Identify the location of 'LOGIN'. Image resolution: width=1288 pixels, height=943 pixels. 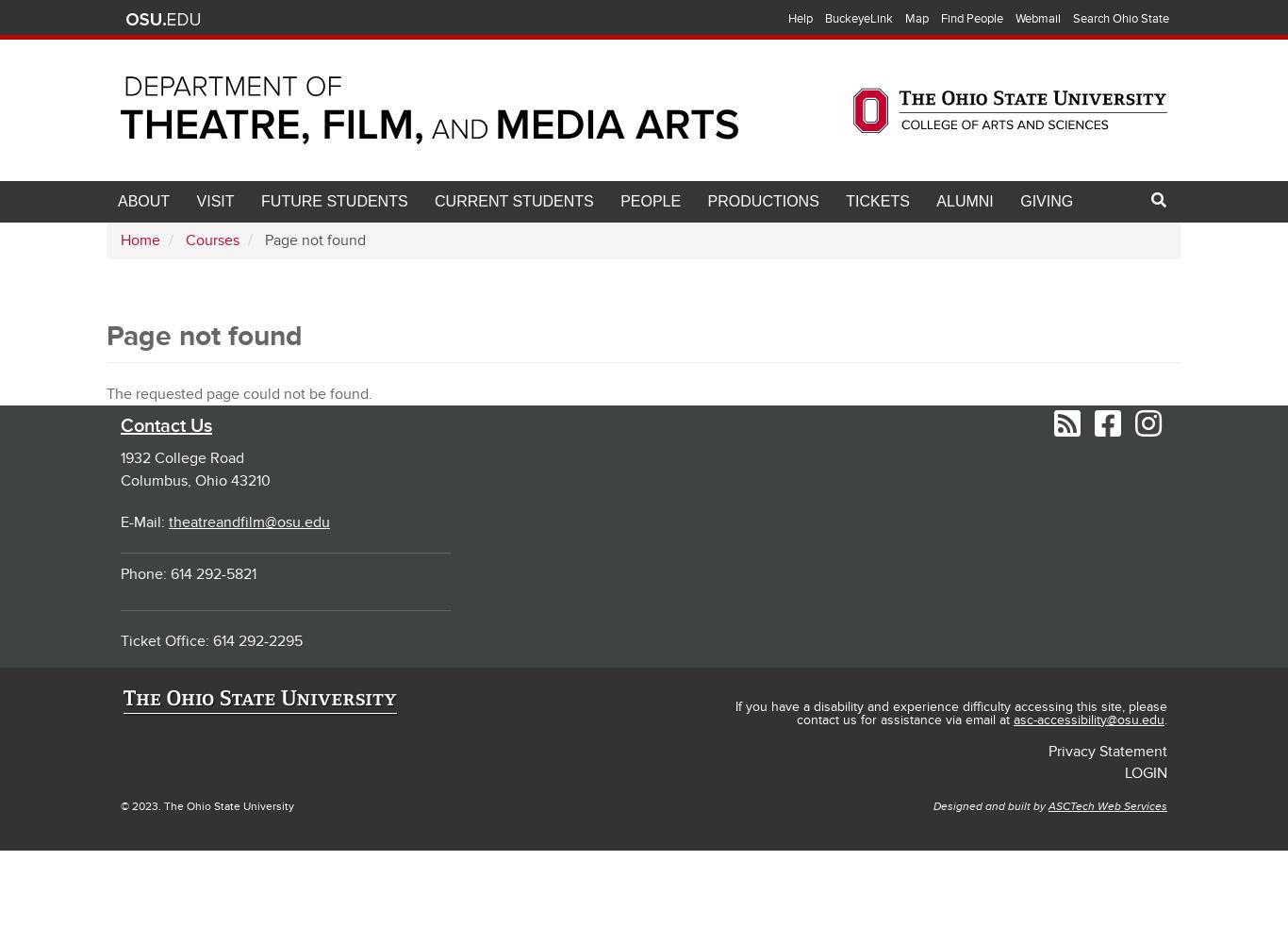
(1125, 771).